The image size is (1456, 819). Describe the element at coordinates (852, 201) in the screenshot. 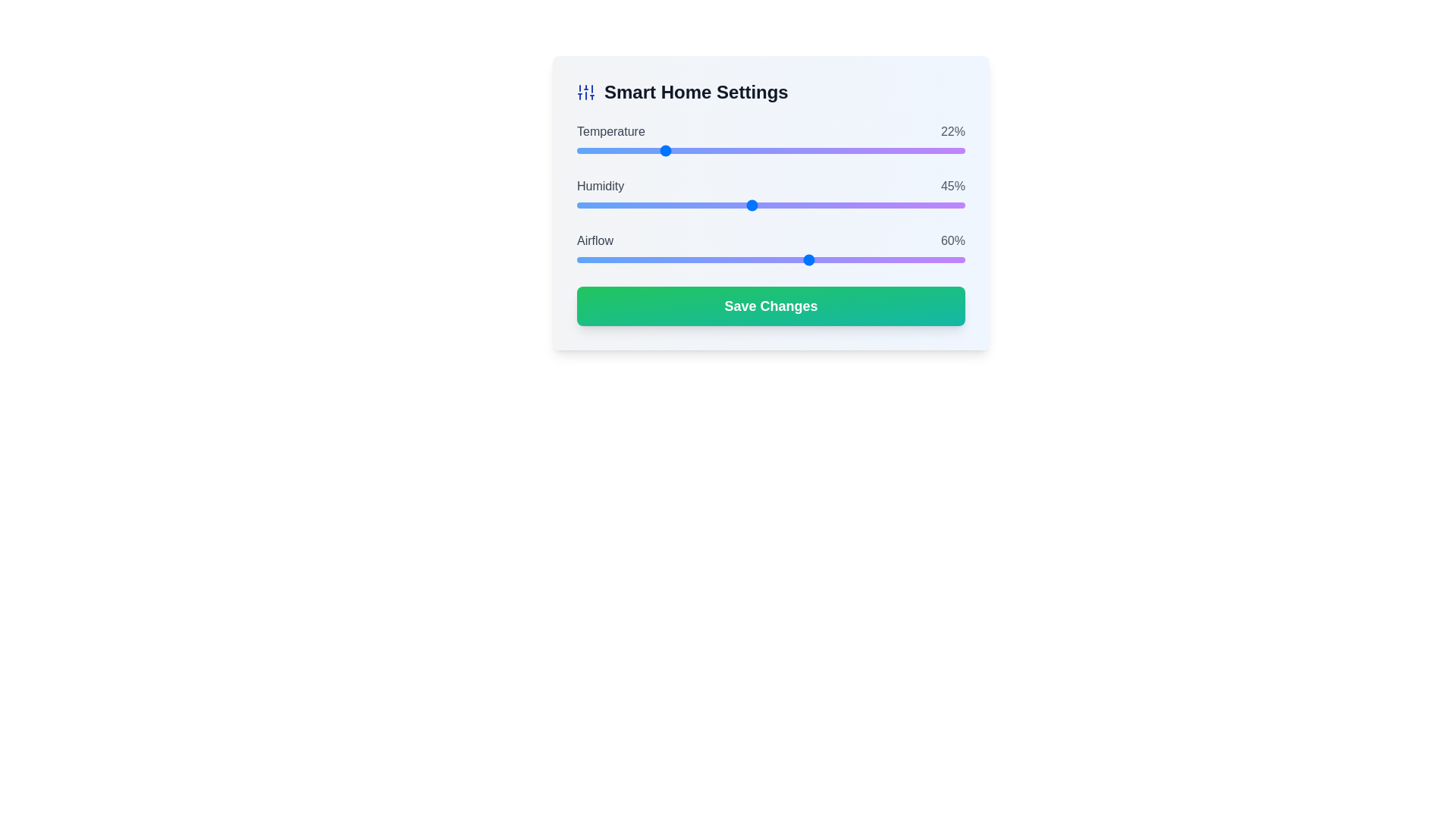

I see `the humidity level` at that location.